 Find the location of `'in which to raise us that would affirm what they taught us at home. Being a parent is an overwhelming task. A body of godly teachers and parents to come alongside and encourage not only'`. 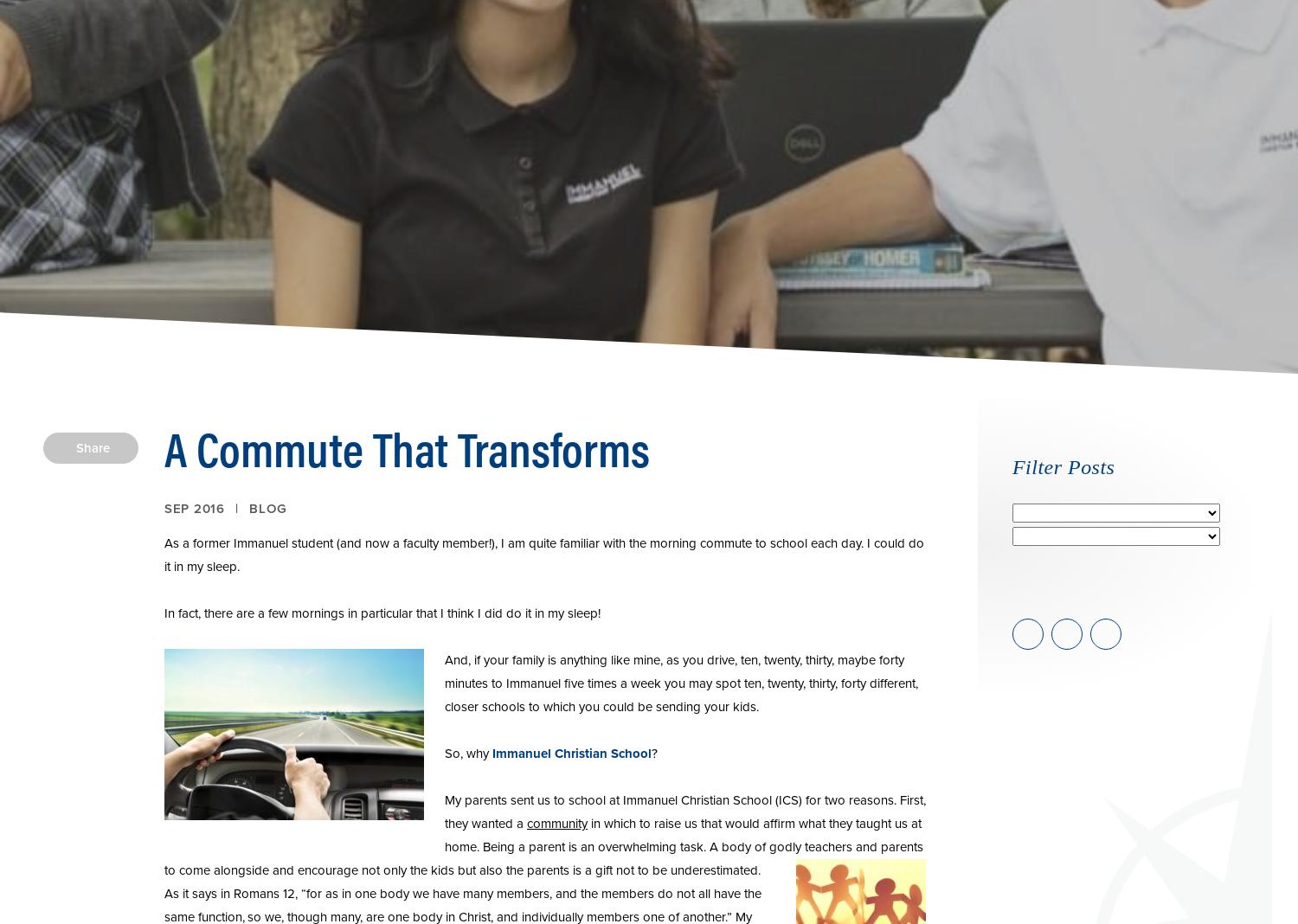

'in which to raise us that would affirm what they taught us at home. Being a parent is an overwhelming task. A body of godly teachers and parents to come alongside and encourage not only' is located at coordinates (543, 847).